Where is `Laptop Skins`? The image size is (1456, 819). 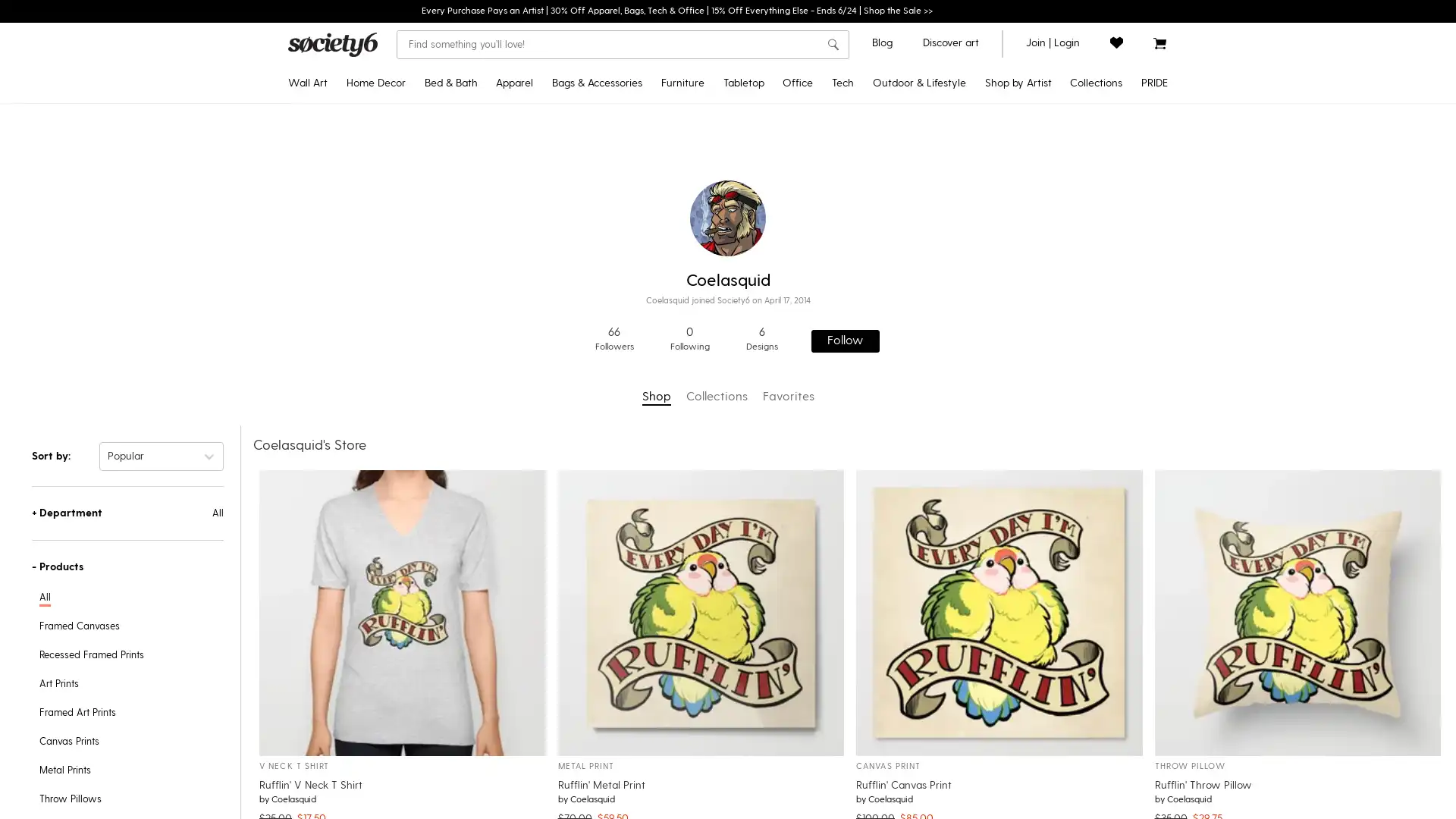 Laptop Skins is located at coordinates (896, 366).